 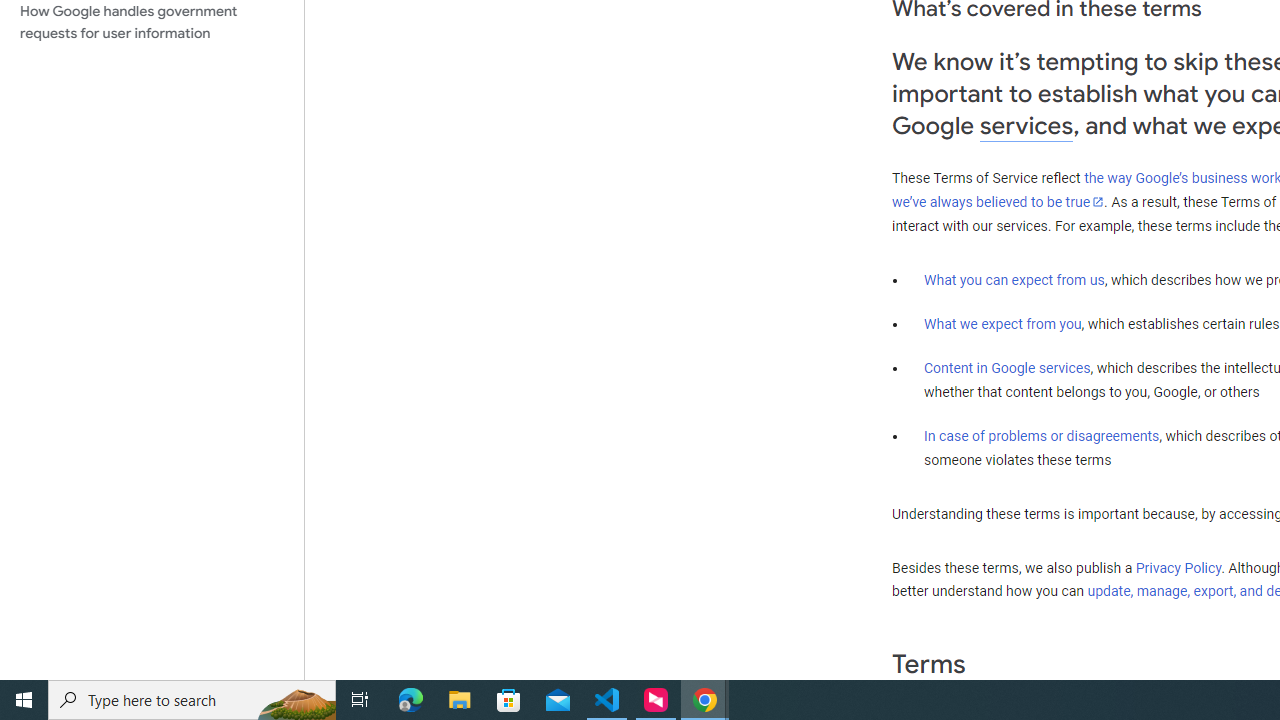 I want to click on 'In case of problems or disagreements', so click(x=1040, y=434).